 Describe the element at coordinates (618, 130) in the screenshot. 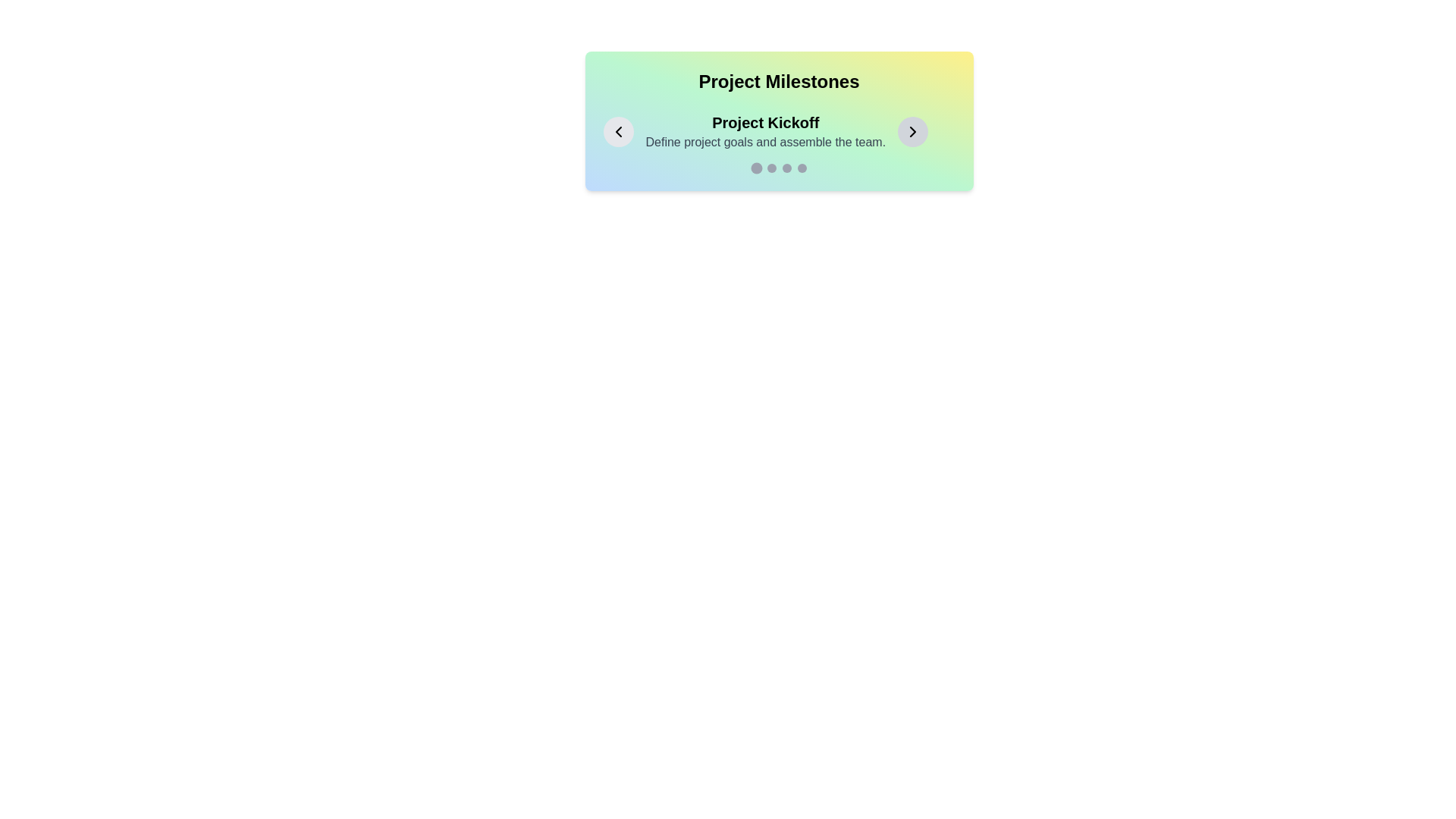

I see `the chevron icon representing the left navigation button in the 'Project Milestones' card to indicate that it can be interacted with` at that location.